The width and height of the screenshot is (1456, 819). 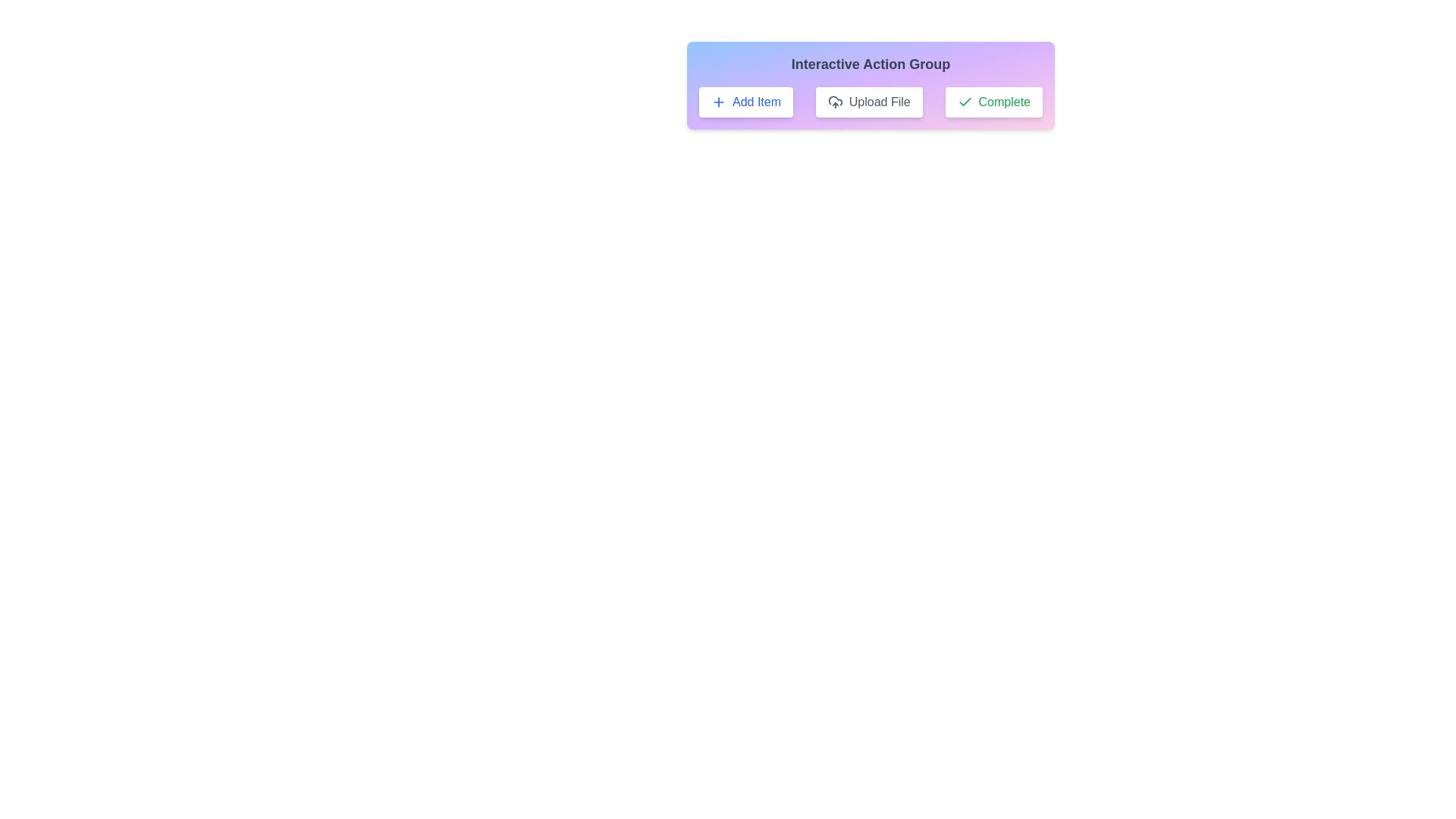 What do you see at coordinates (880, 102) in the screenshot?
I see `the 'Upload File' text element, which is part of an action button located centrally in the interface, adjacent to a cloud upload icon` at bounding box center [880, 102].